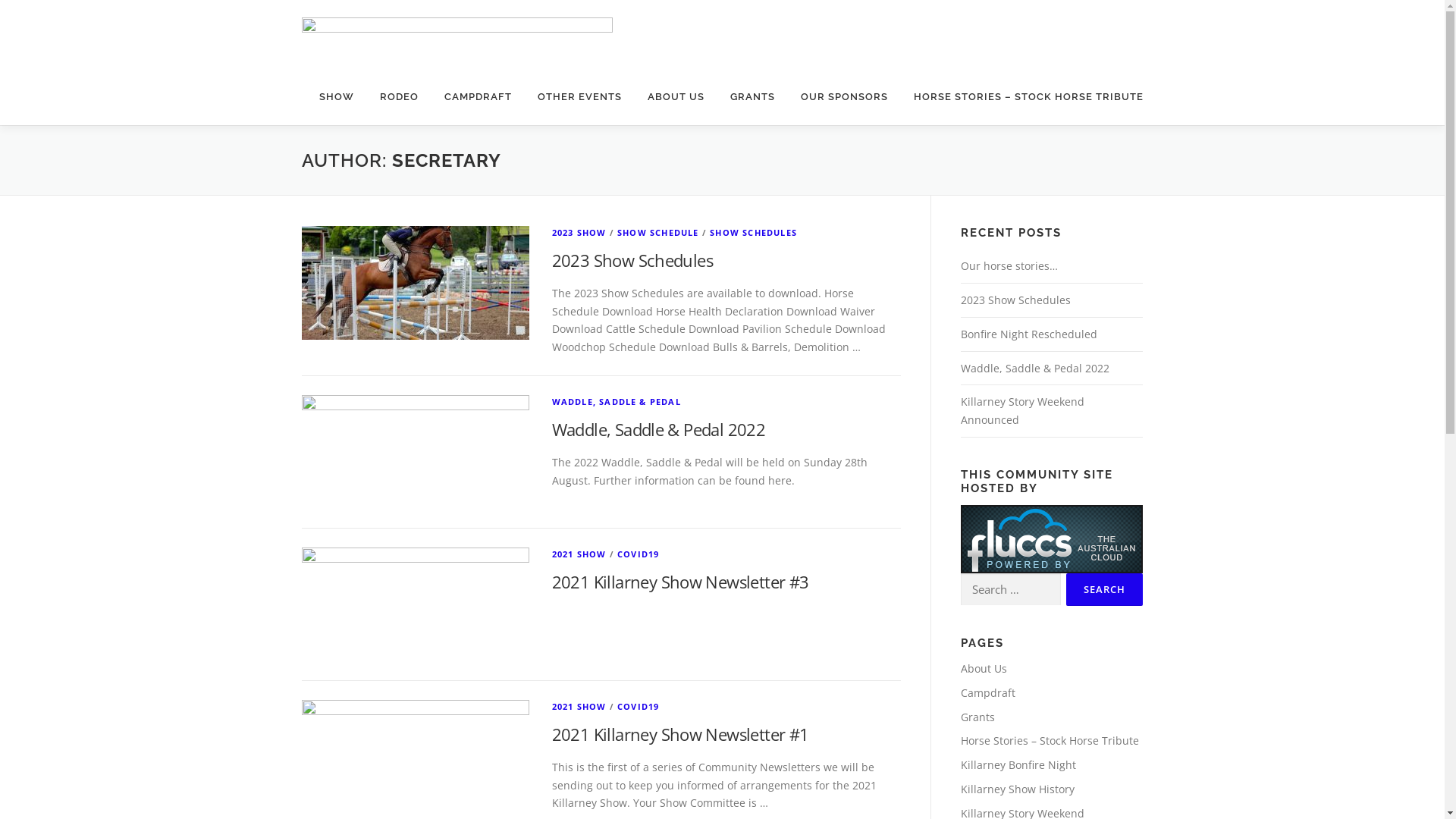 The height and width of the screenshot is (819, 1456). Describe the element at coordinates (1028, 333) in the screenshot. I see `'Bonfire Night Rescheduled'` at that location.